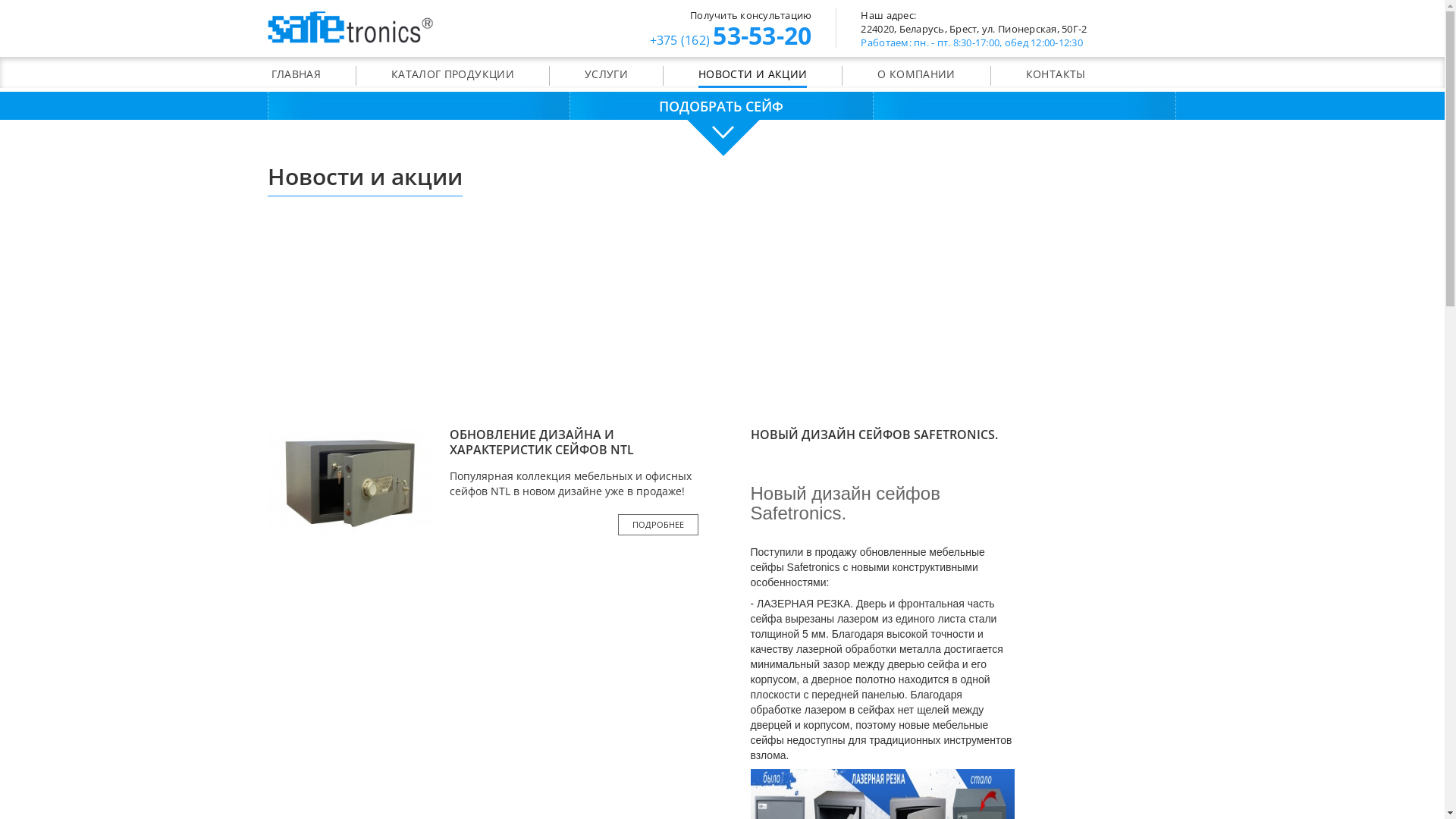  Describe the element at coordinates (648, 37) in the screenshot. I see `'+375 (162) 53-53-20'` at that location.